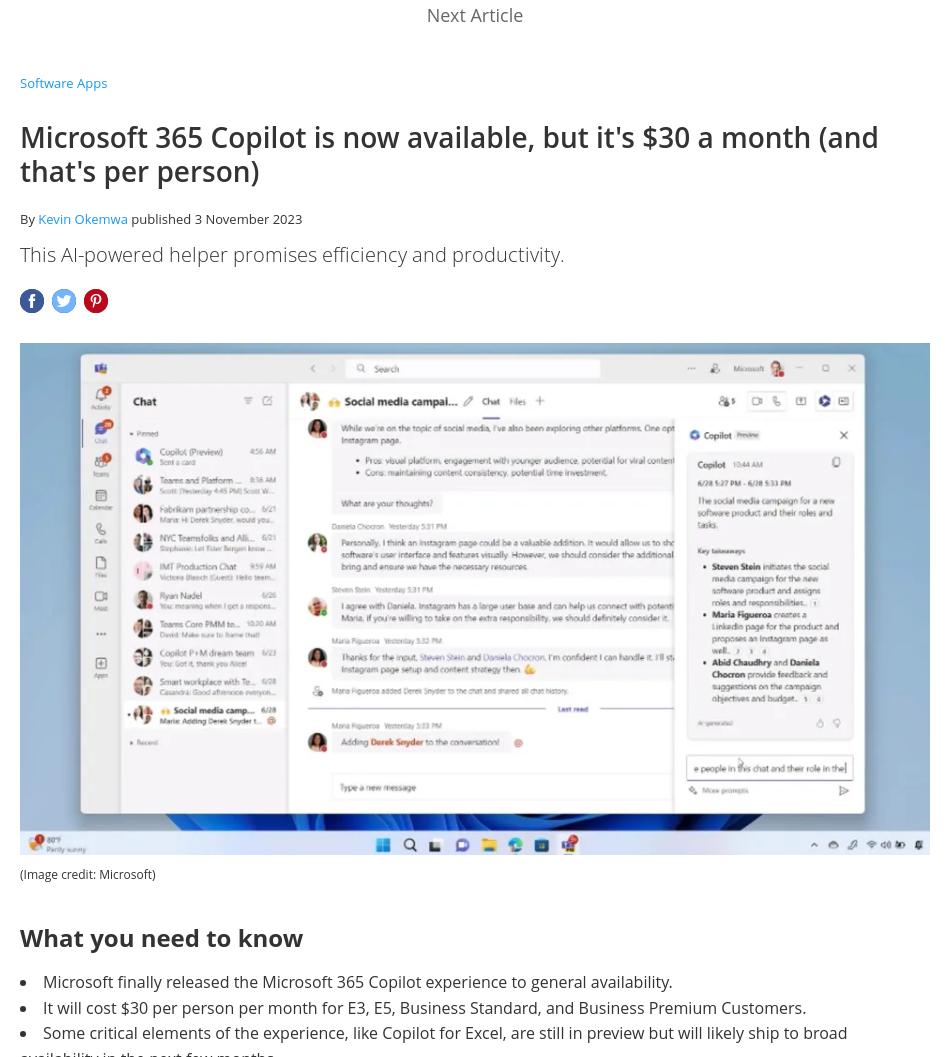 The width and height of the screenshot is (950, 1057). What do you see at coordinates (28, 219) in the screenshot?
I see `'By'` at bounding box center [28, 219].